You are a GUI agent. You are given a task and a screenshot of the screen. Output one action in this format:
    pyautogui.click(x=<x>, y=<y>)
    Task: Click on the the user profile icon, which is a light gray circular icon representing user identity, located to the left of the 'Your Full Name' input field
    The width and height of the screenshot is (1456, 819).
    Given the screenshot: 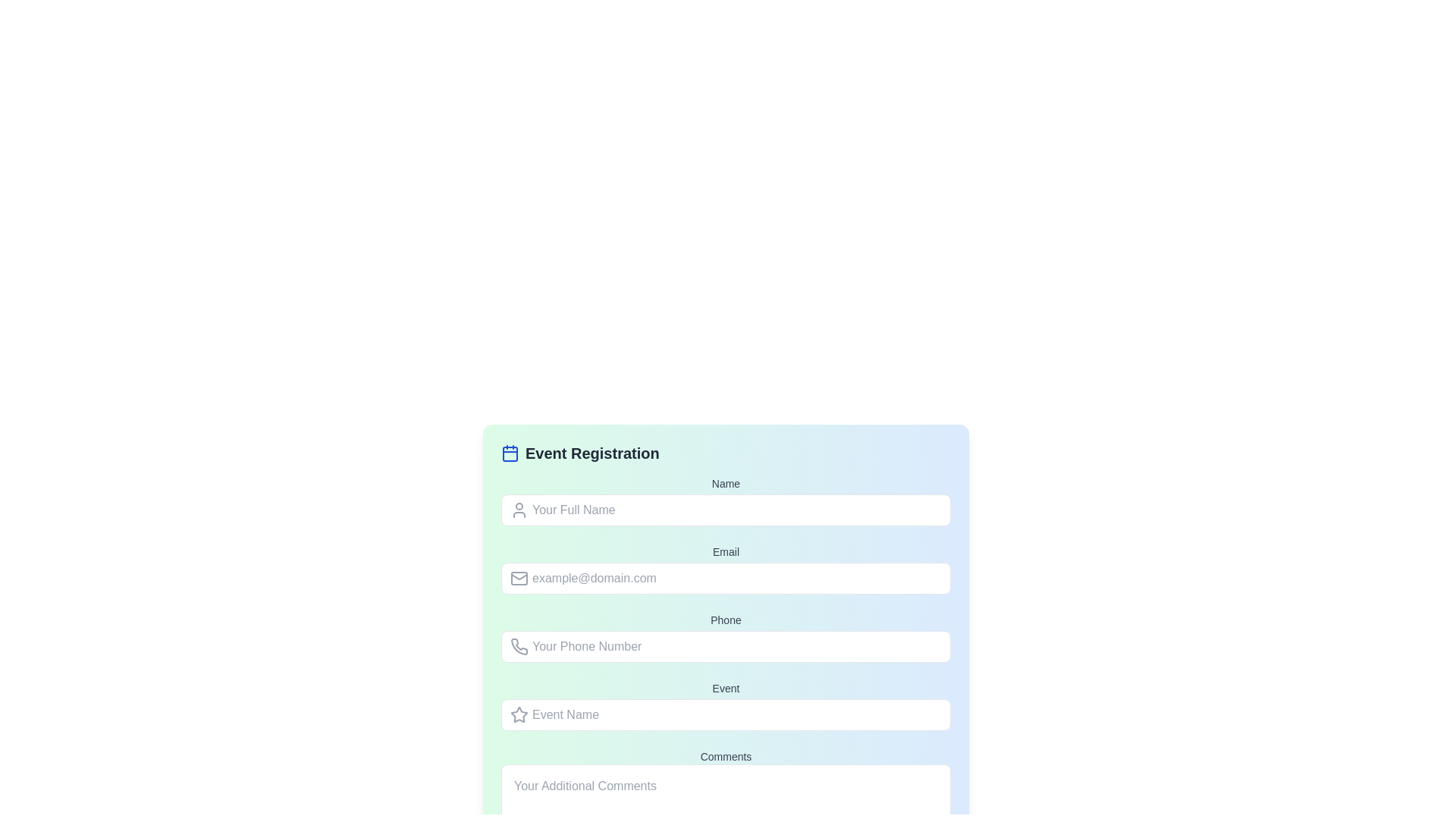 What is the action you would take?
    pyautogui.click(x=519, y=510)
    